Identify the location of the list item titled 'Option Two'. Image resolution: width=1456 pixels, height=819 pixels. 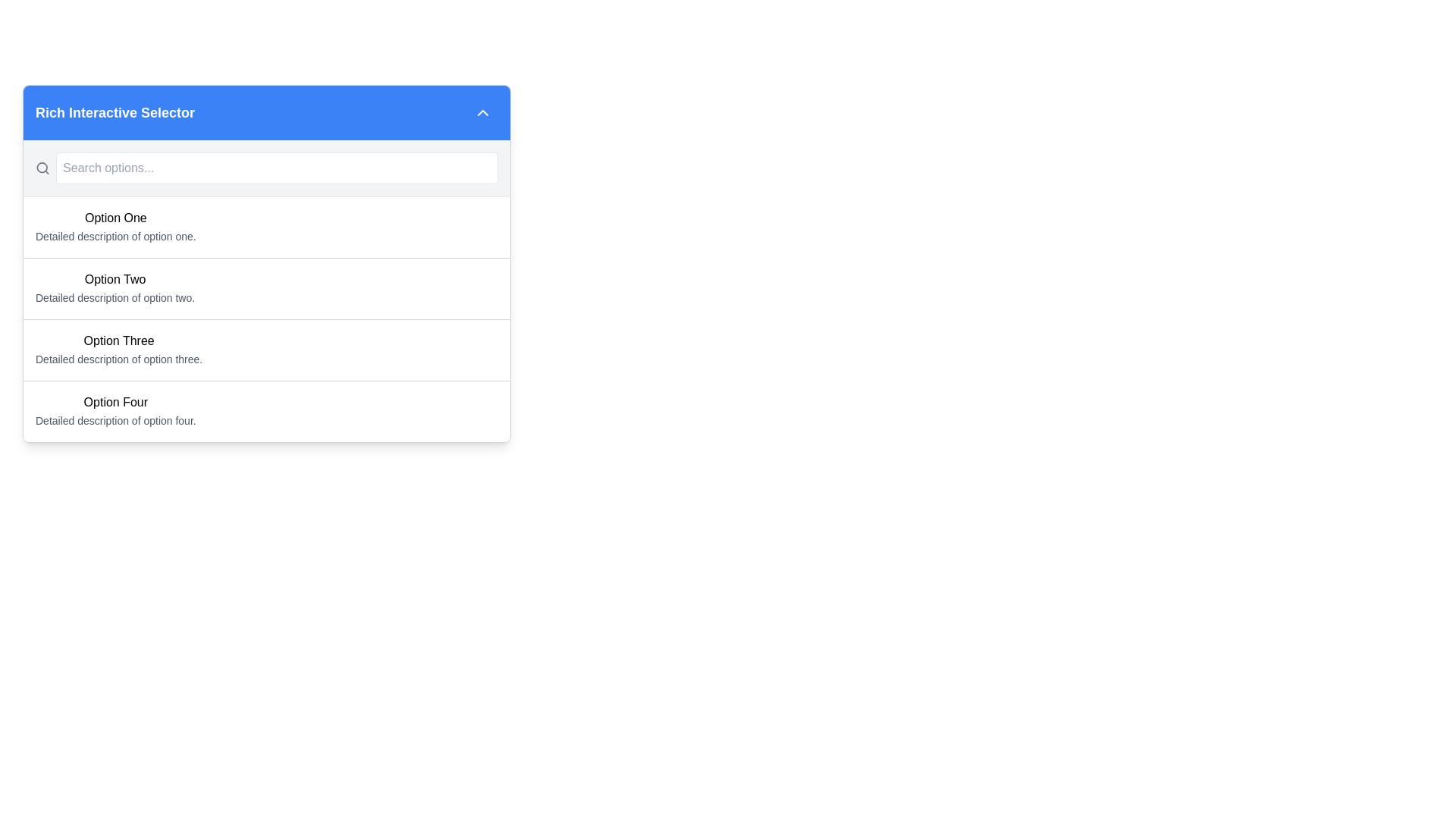
(266, 291).